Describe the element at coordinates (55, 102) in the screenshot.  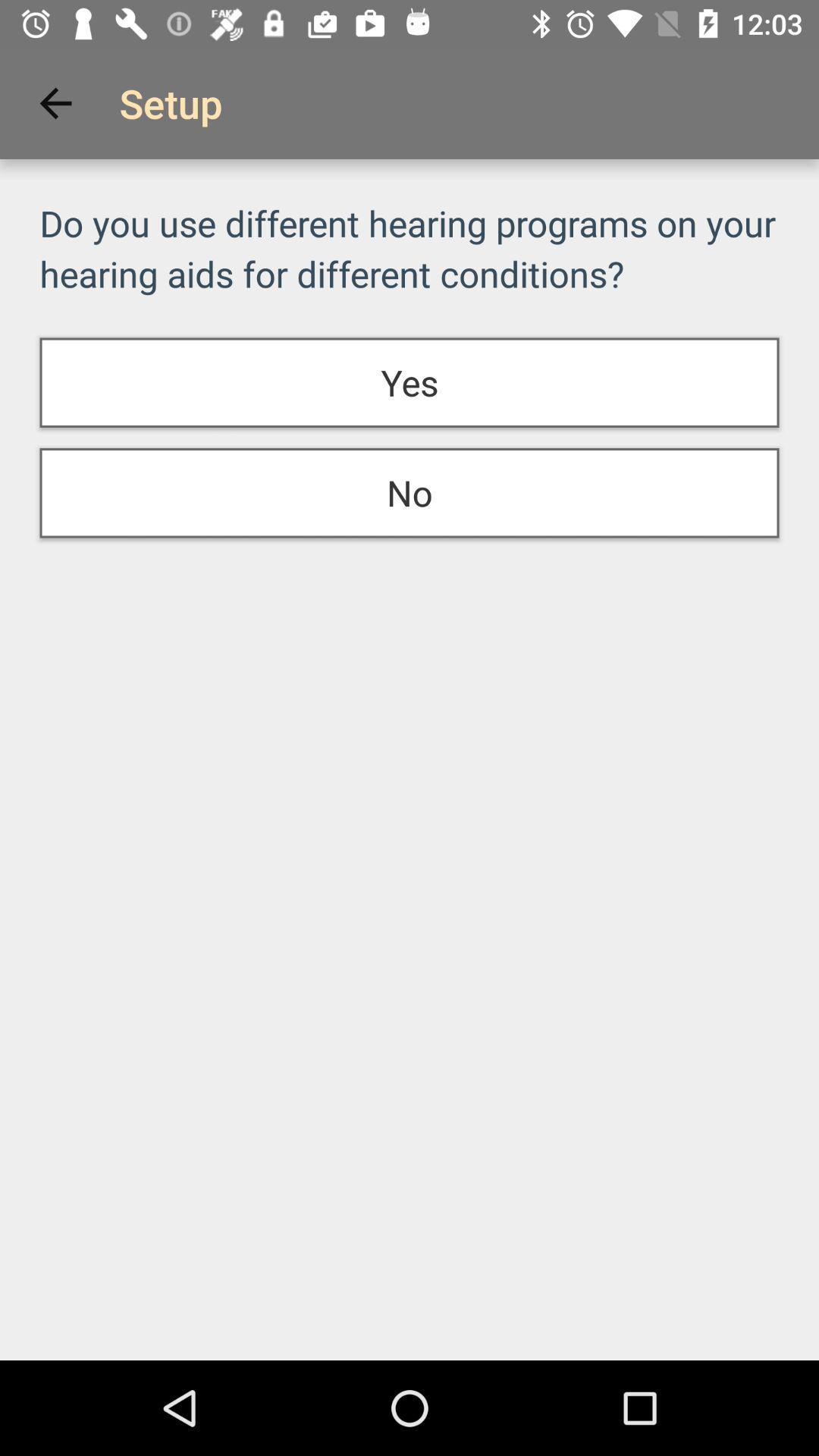
I see `the item above the do you use icon` at that location.